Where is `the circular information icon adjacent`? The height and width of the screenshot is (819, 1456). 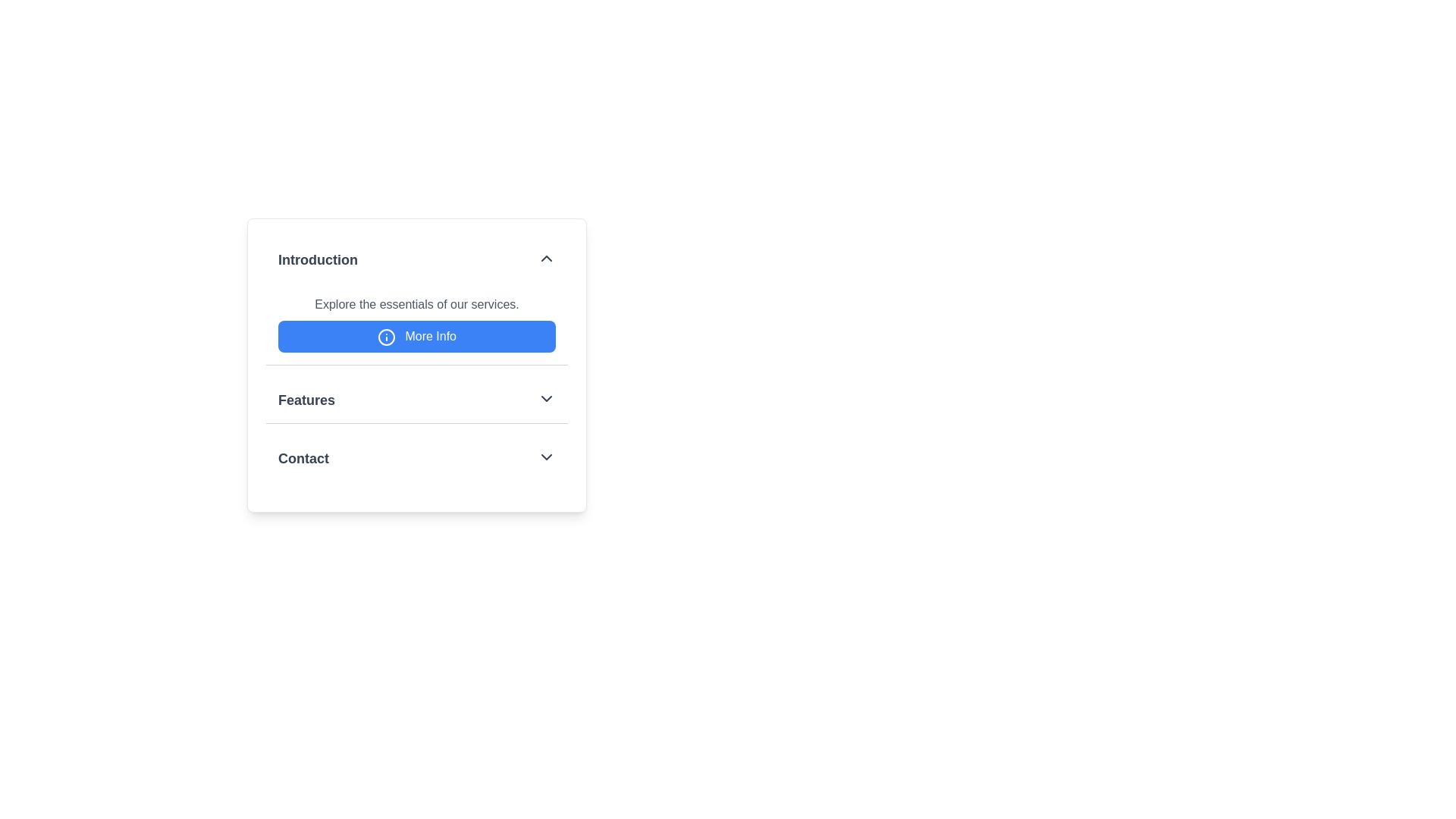
the circular information icon adjacent is located at coordinates (386, 336).